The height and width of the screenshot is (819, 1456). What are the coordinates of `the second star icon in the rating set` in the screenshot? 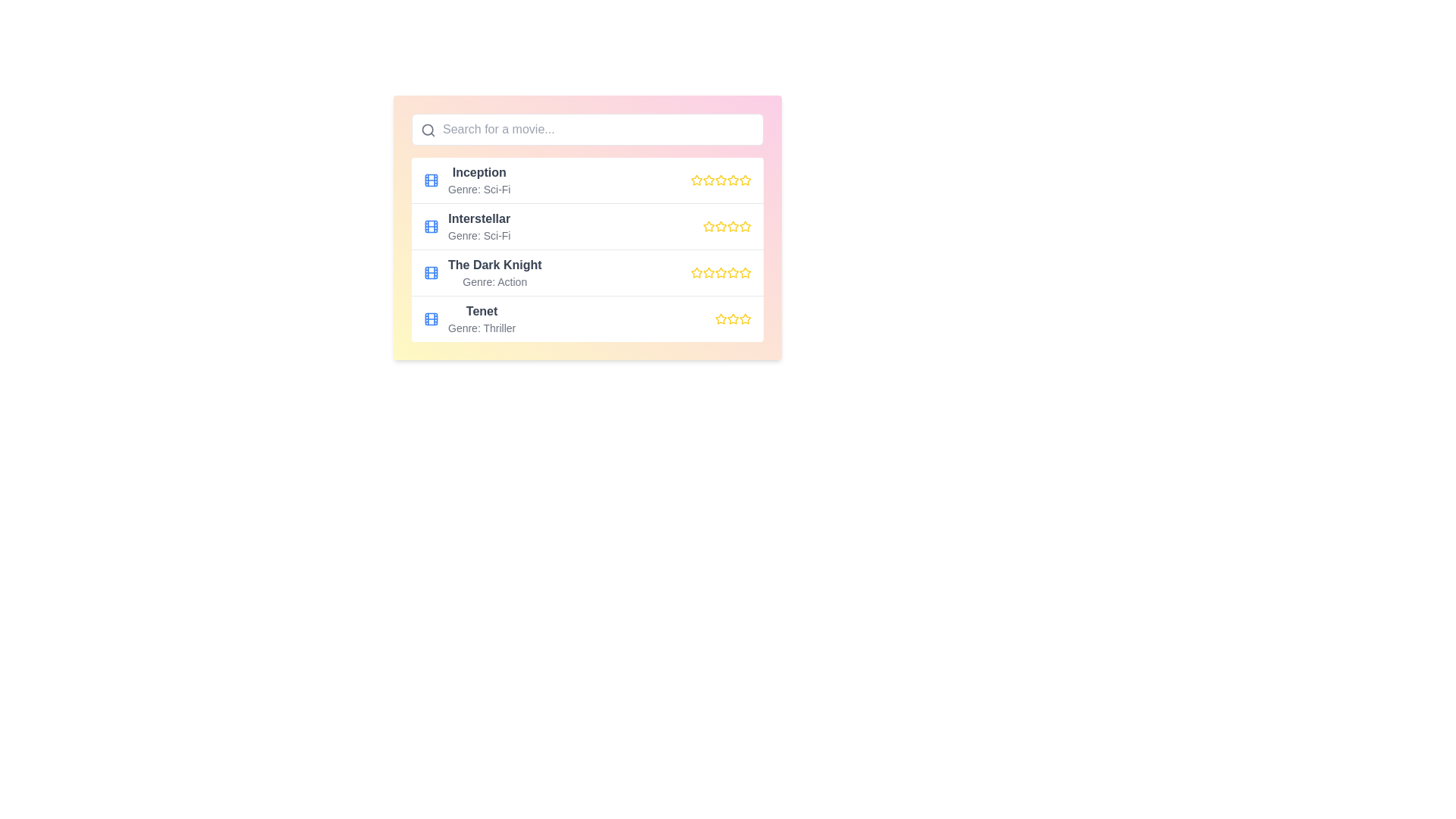 It's located at (720, 179).